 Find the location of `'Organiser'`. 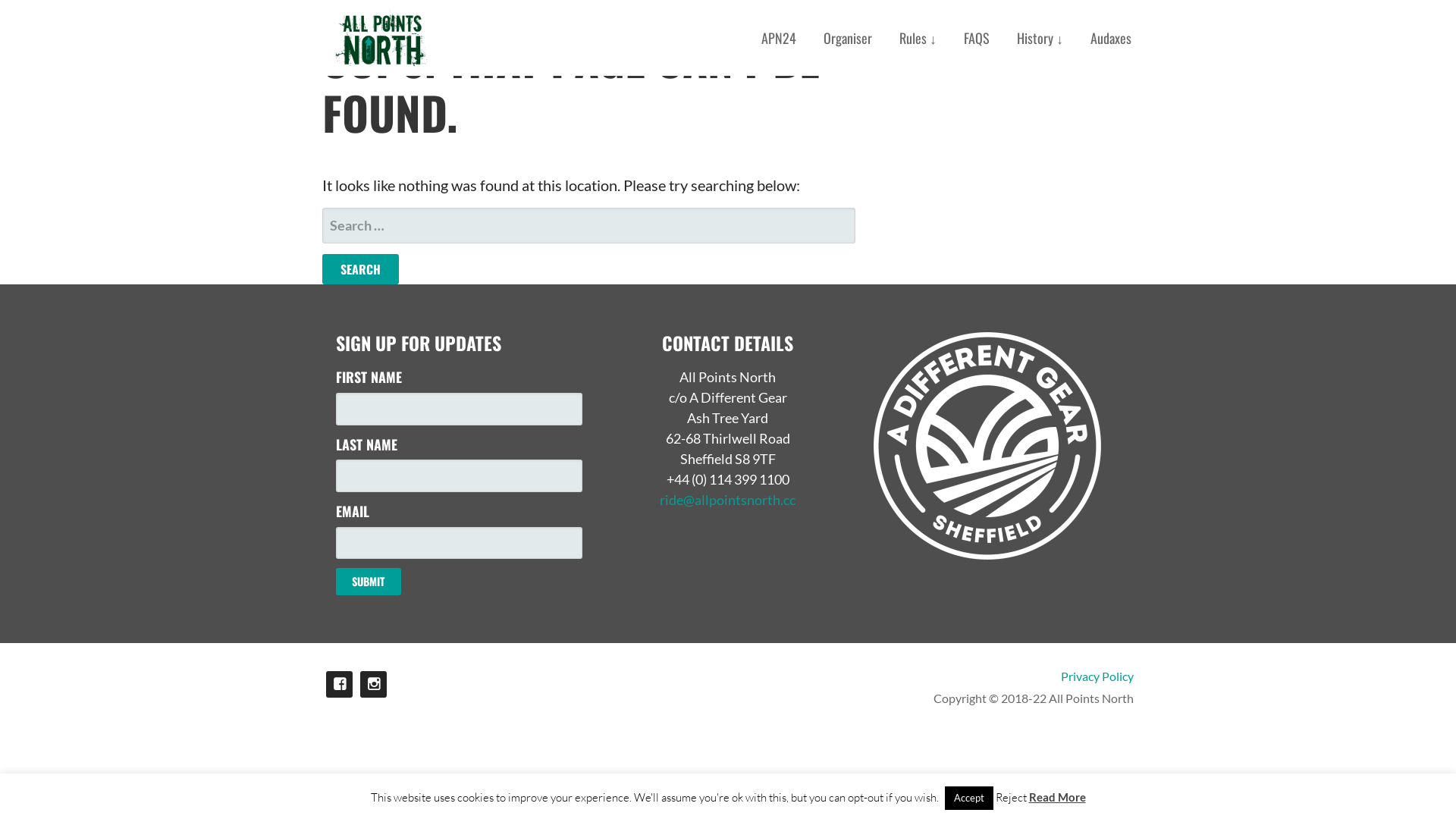

'Organiser' is located at coordinates (847, 37).